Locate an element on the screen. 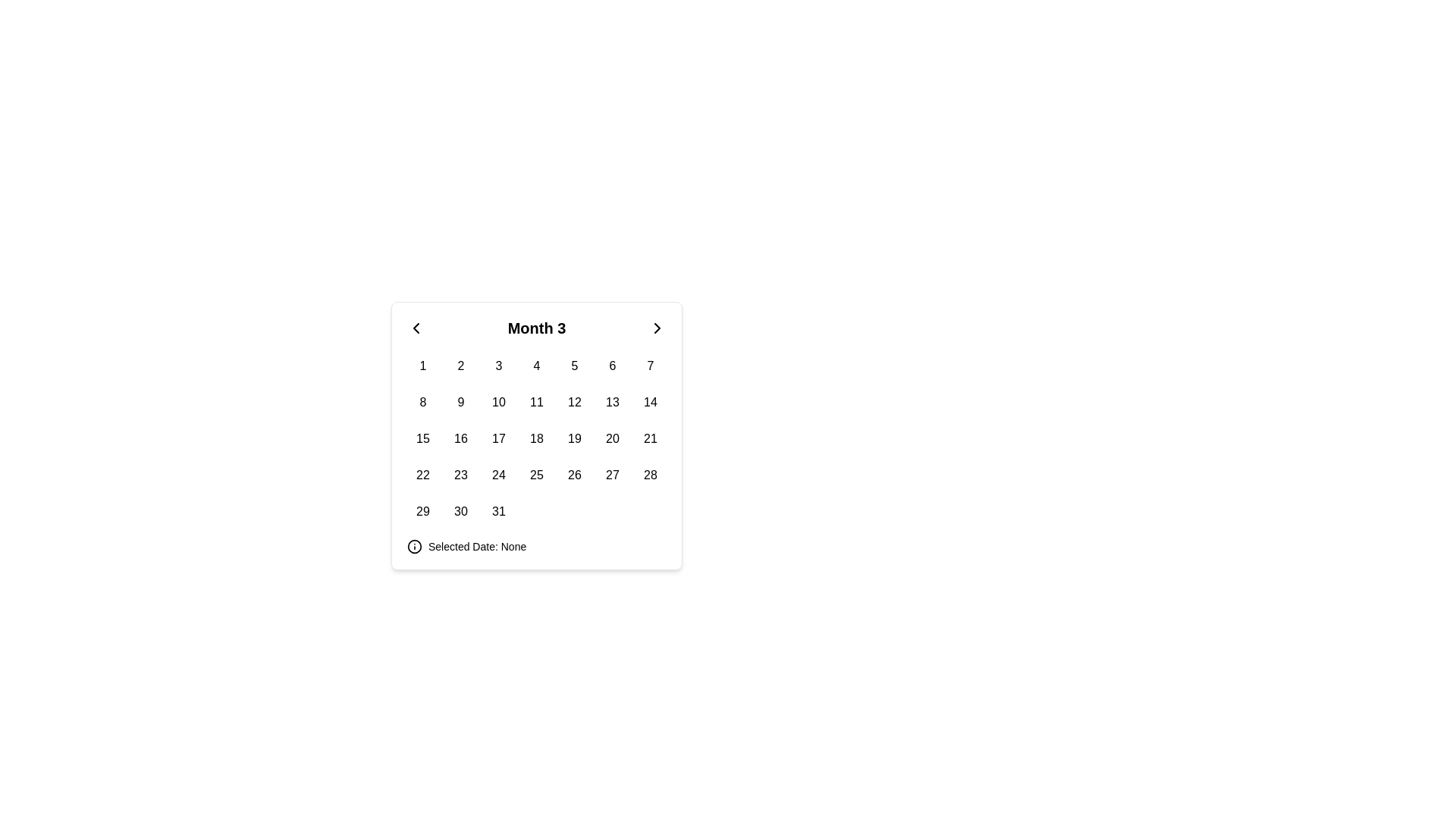  the day cell representing the 22nd day in the calendar grid located in the fourth row and first column is located at coordinates (422, 475).